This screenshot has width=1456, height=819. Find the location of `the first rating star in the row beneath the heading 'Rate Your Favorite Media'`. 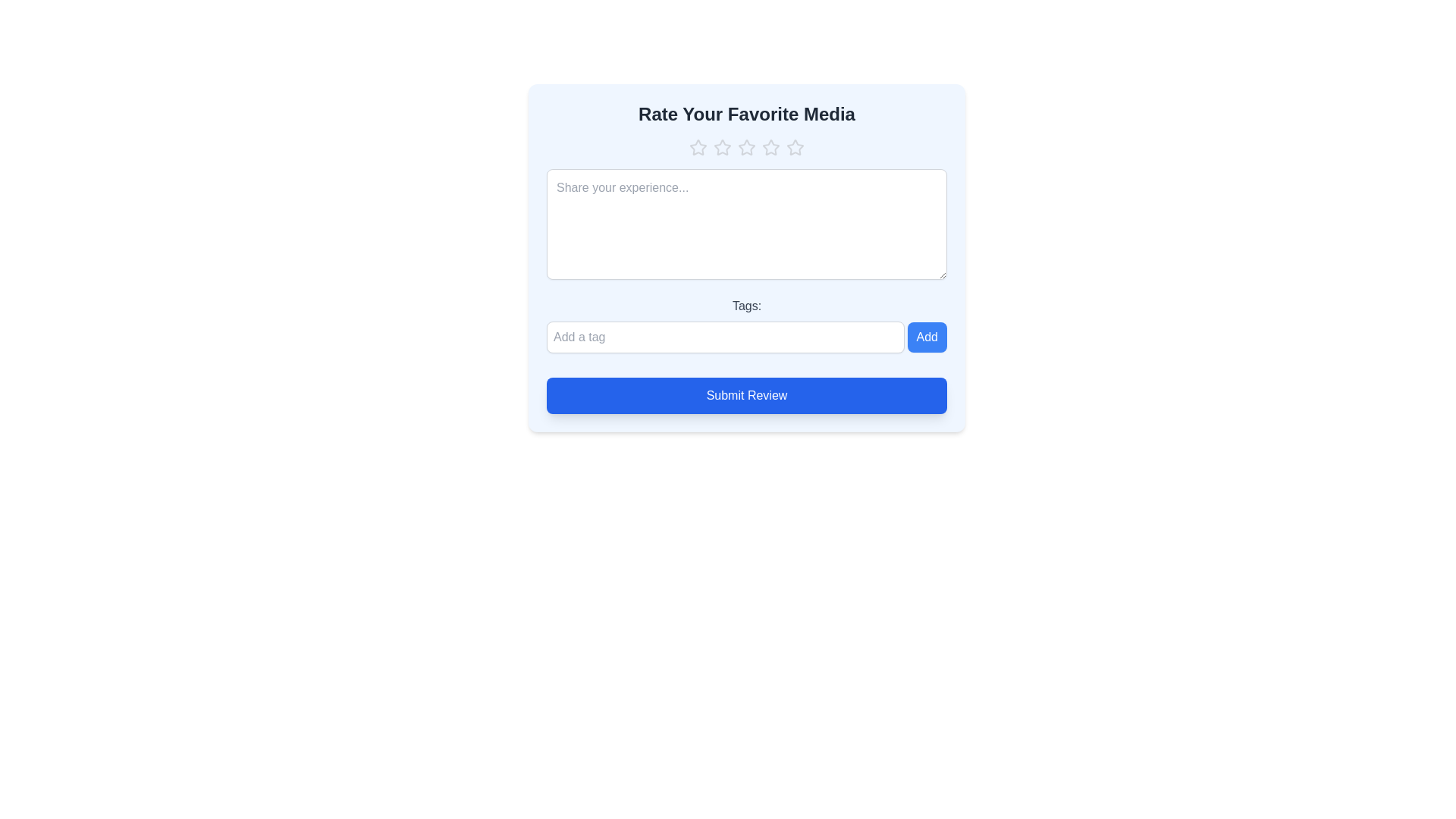

the first rating star in the row beneath the heading 'Rate Your Favorite Media' is located at coordinates (698, 147).